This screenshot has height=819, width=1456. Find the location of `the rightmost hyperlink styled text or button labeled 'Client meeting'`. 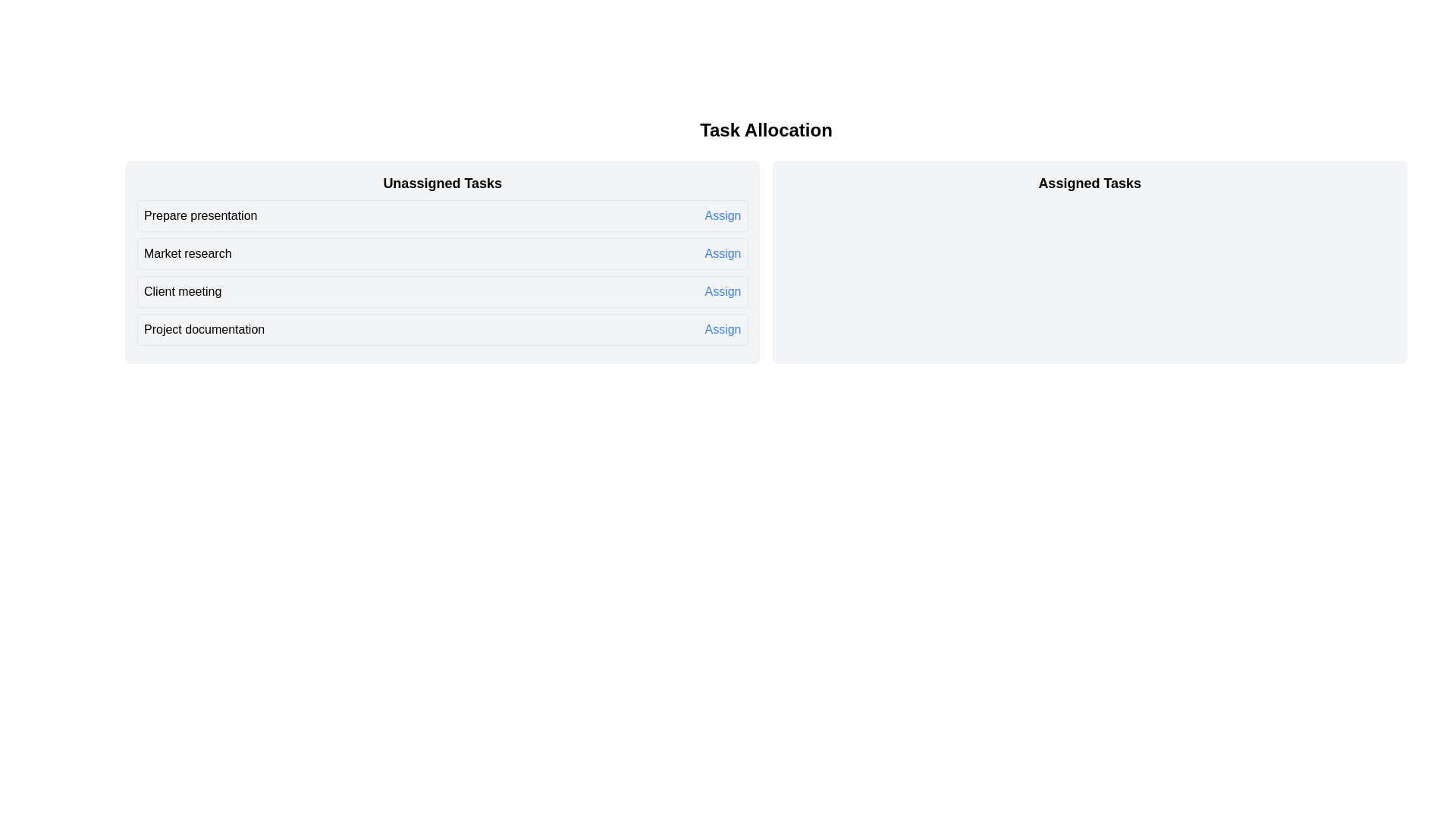

the rightmost hyperlink styled text or button labeled 'Client meeting' is located at coordinates (722, 292).